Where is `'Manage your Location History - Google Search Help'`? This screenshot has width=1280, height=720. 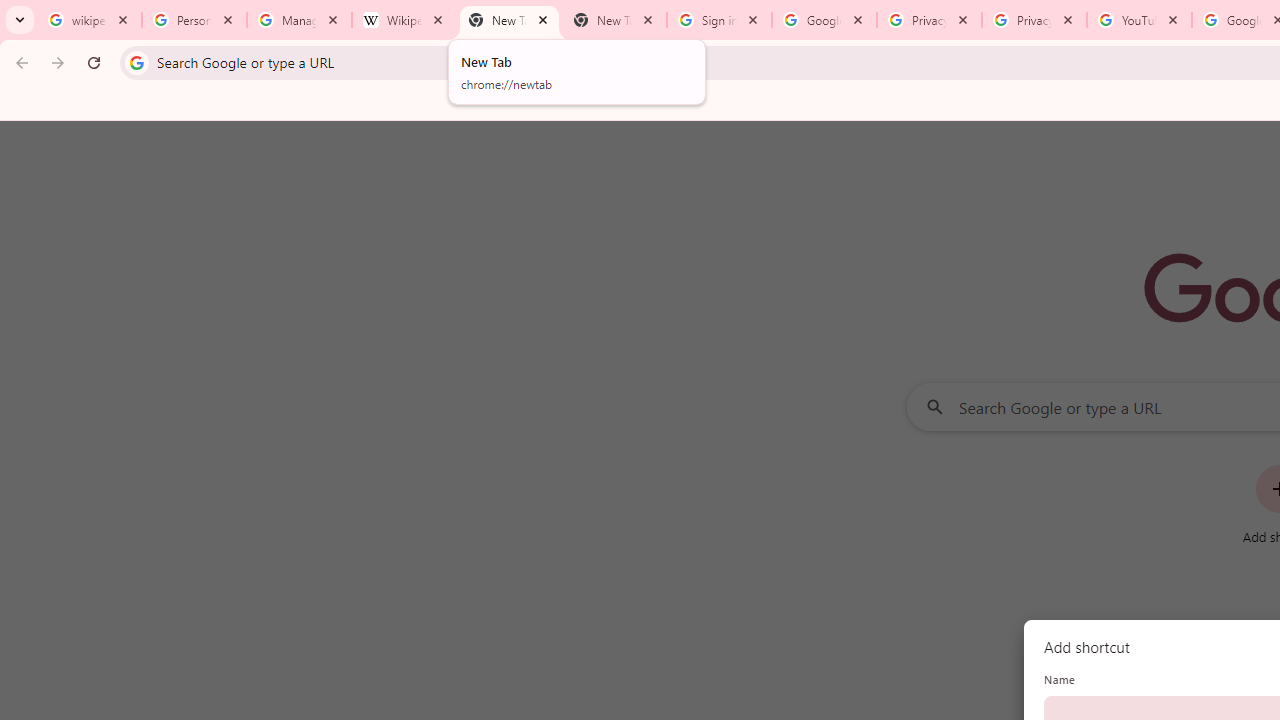 'Manage your Location History - Google Search Help' is located at coordinates (298, 20).